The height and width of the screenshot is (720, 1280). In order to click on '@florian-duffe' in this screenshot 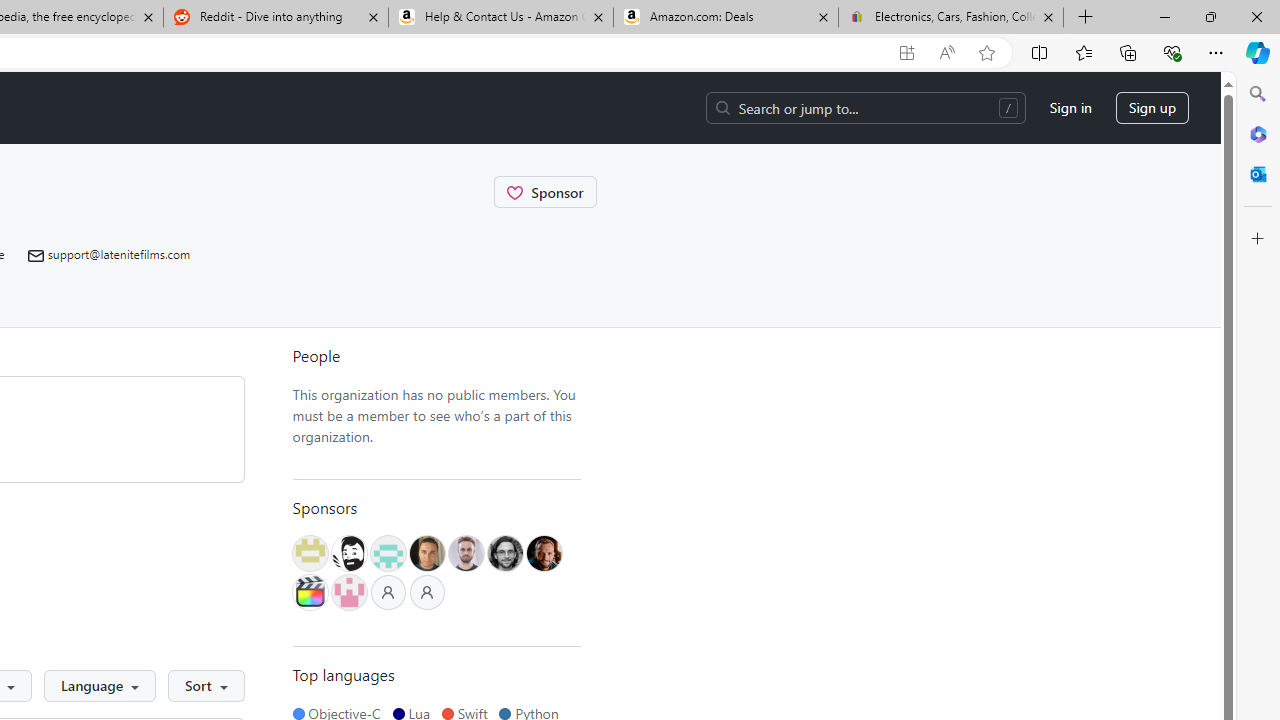, I will do `click(504, 553)`.